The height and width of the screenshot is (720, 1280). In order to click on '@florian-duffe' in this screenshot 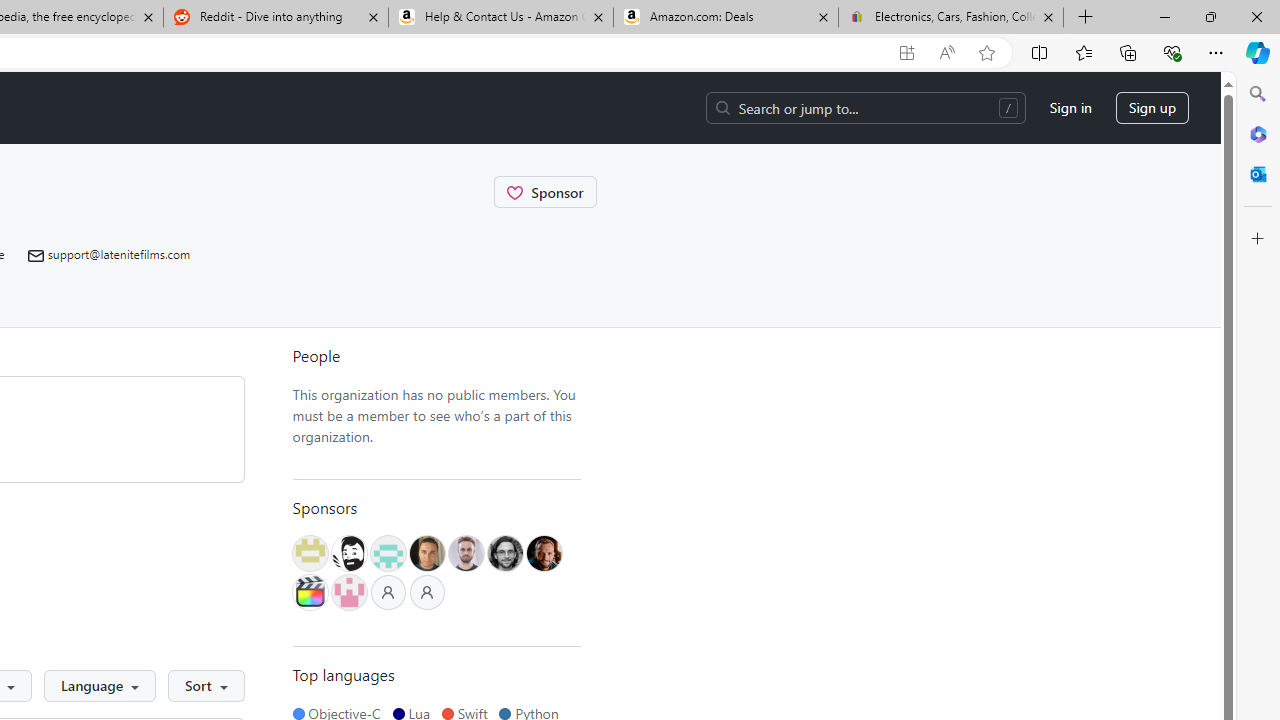, I will do `click(504, 553)`.